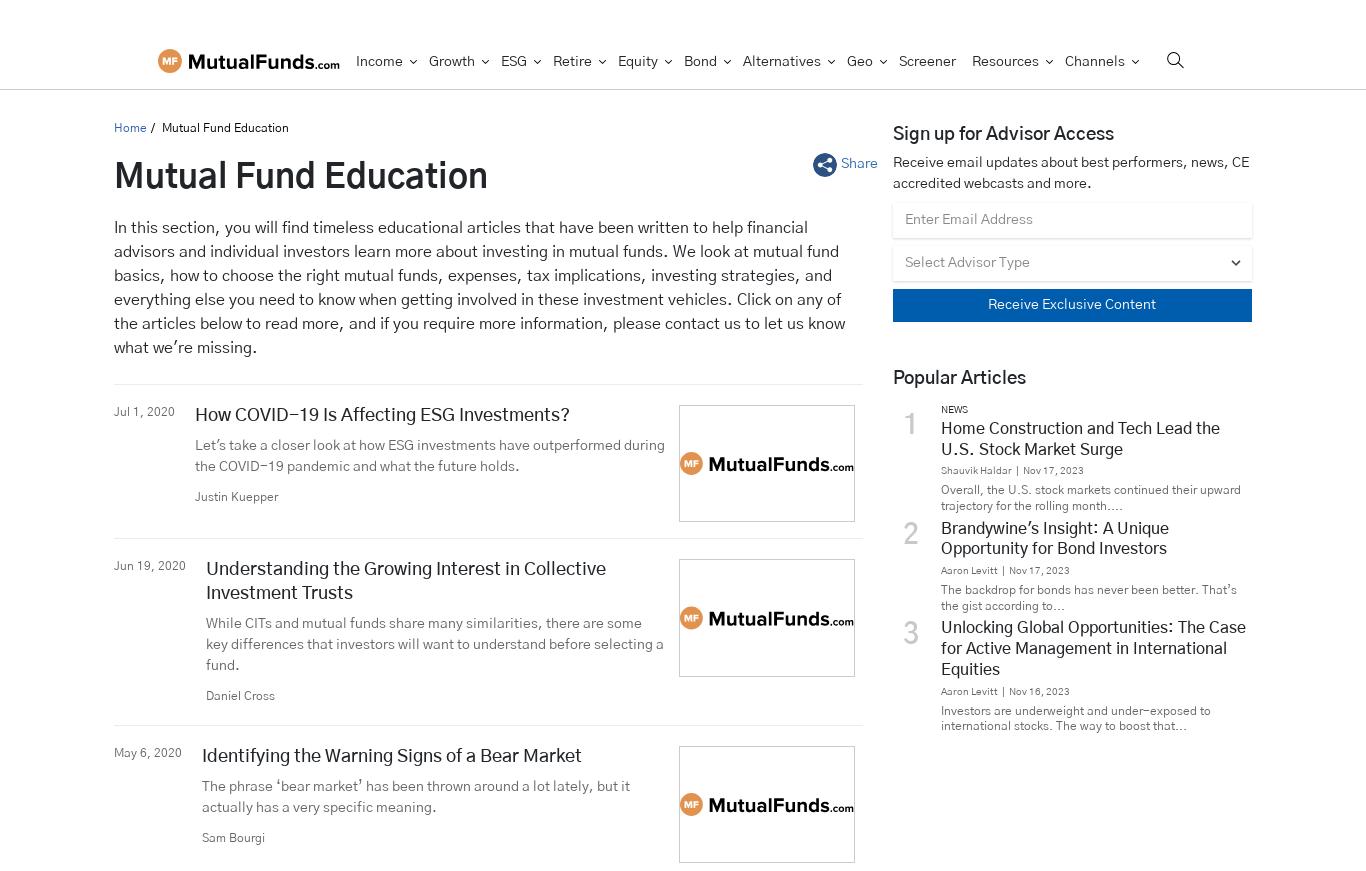 This screenshot has height=871, width=1366. Describe the element at coordinates (1087, 596) in the screenshot. I see `'The backdrop for bonds has never been better. That’s the gist according to...'` at that location.